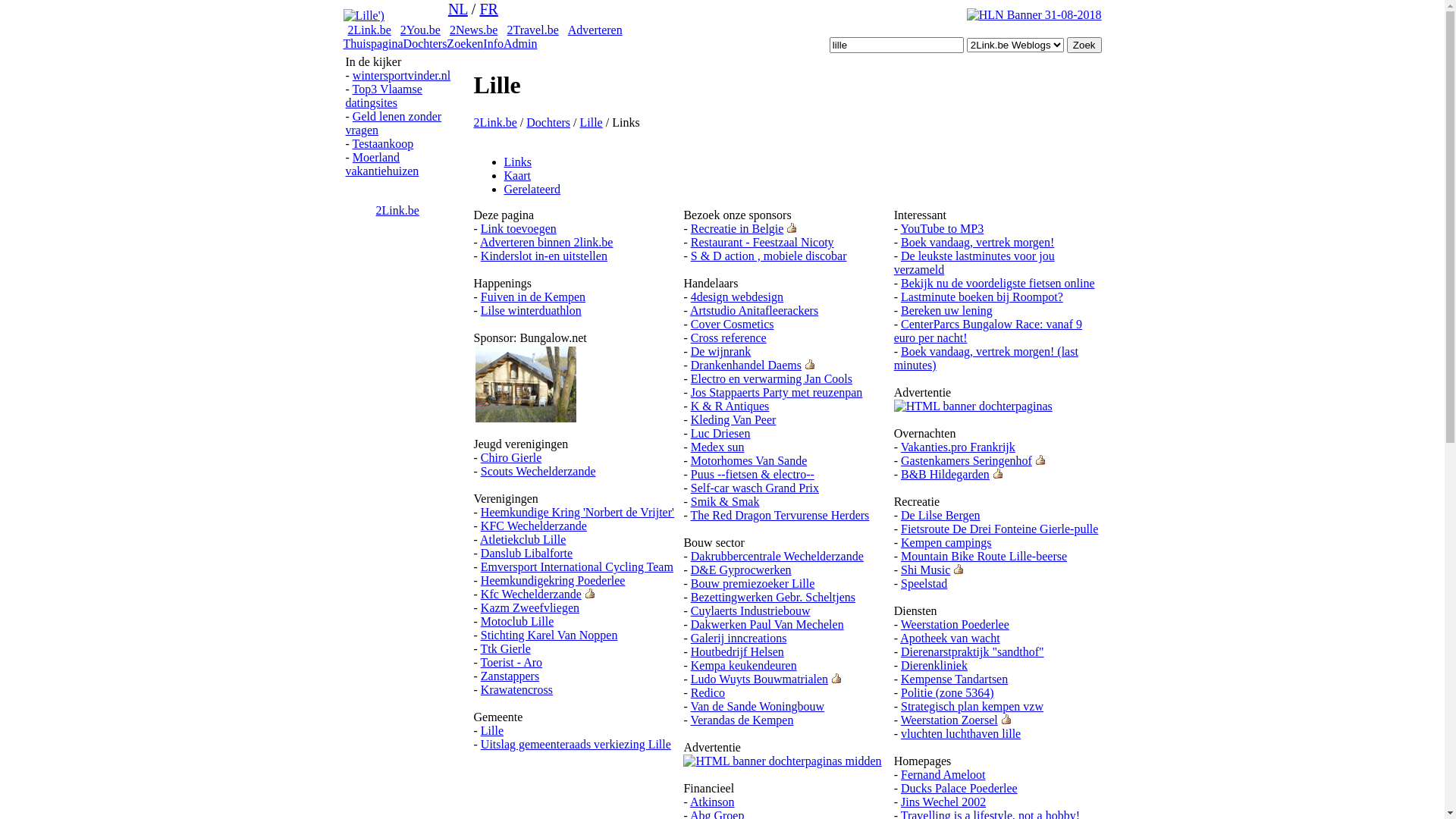 Image resolution: width=1456 pixels, height=819 pixels. Describe the element at coordinates (457, 8) in the screenshot. I see `'NL'` at that location.